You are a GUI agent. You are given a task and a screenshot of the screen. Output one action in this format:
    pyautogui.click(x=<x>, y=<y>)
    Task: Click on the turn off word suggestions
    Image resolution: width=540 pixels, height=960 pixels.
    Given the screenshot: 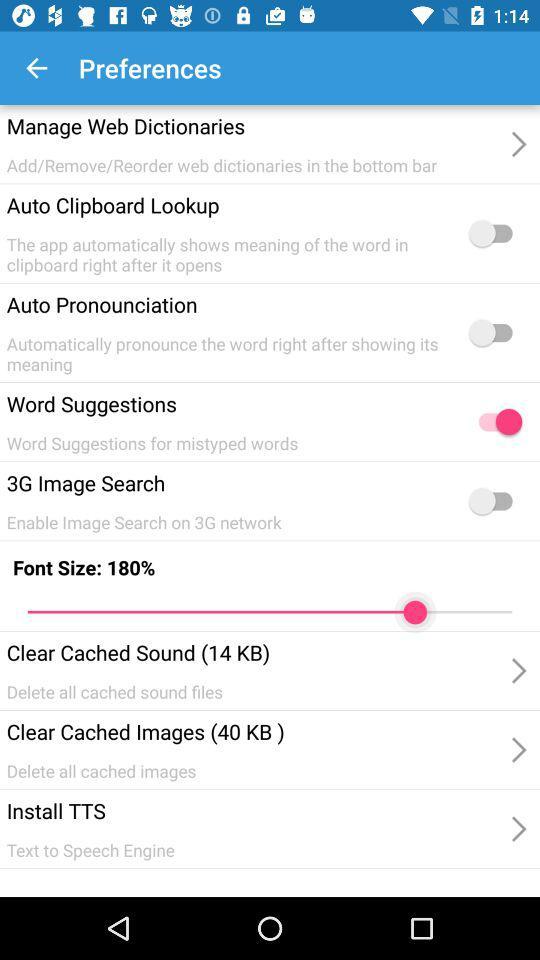 What is the action you would take?
    pyautogui.click(x=494, y=422)
    